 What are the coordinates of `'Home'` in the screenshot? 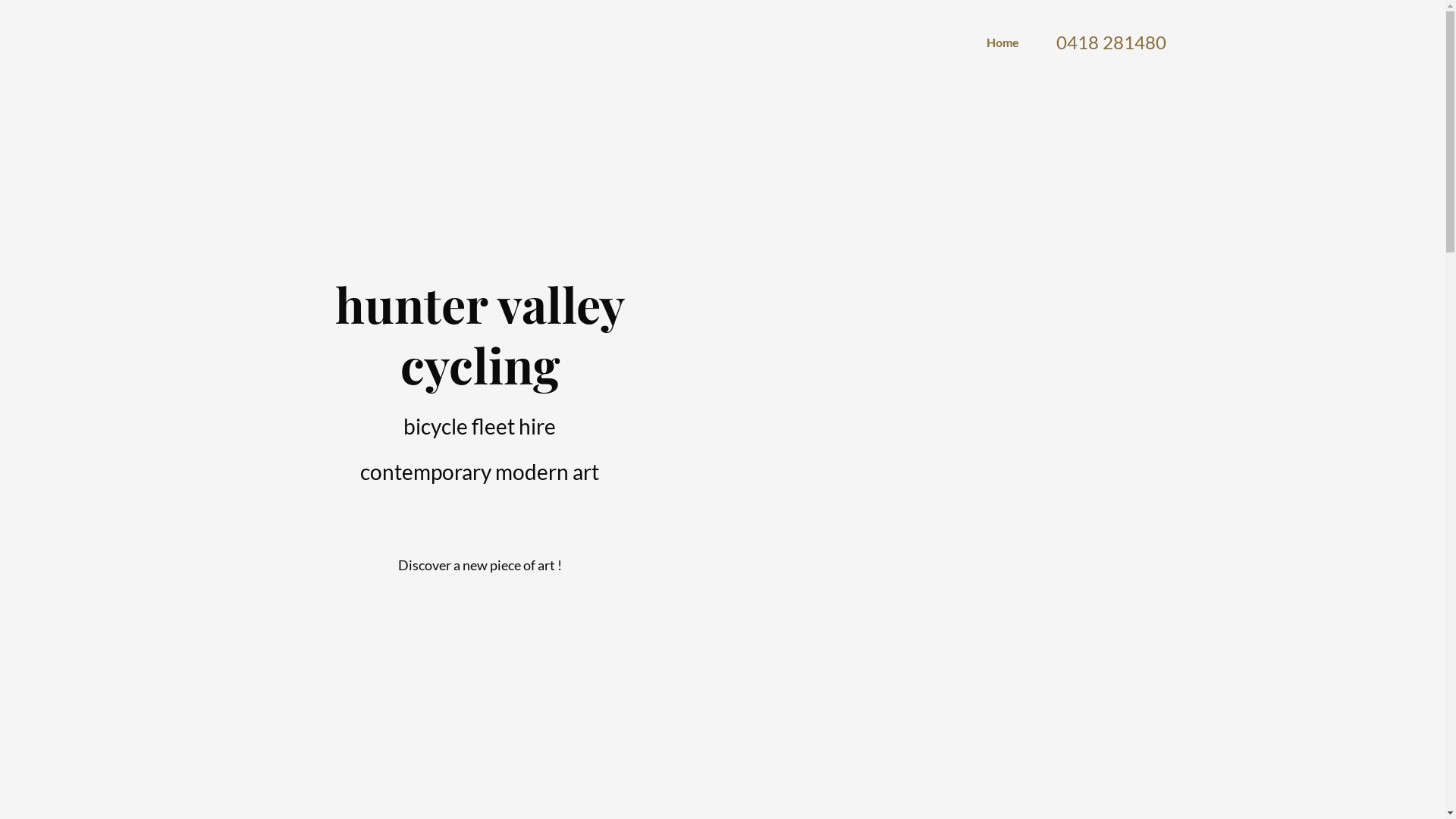 It's located at (986, 42).